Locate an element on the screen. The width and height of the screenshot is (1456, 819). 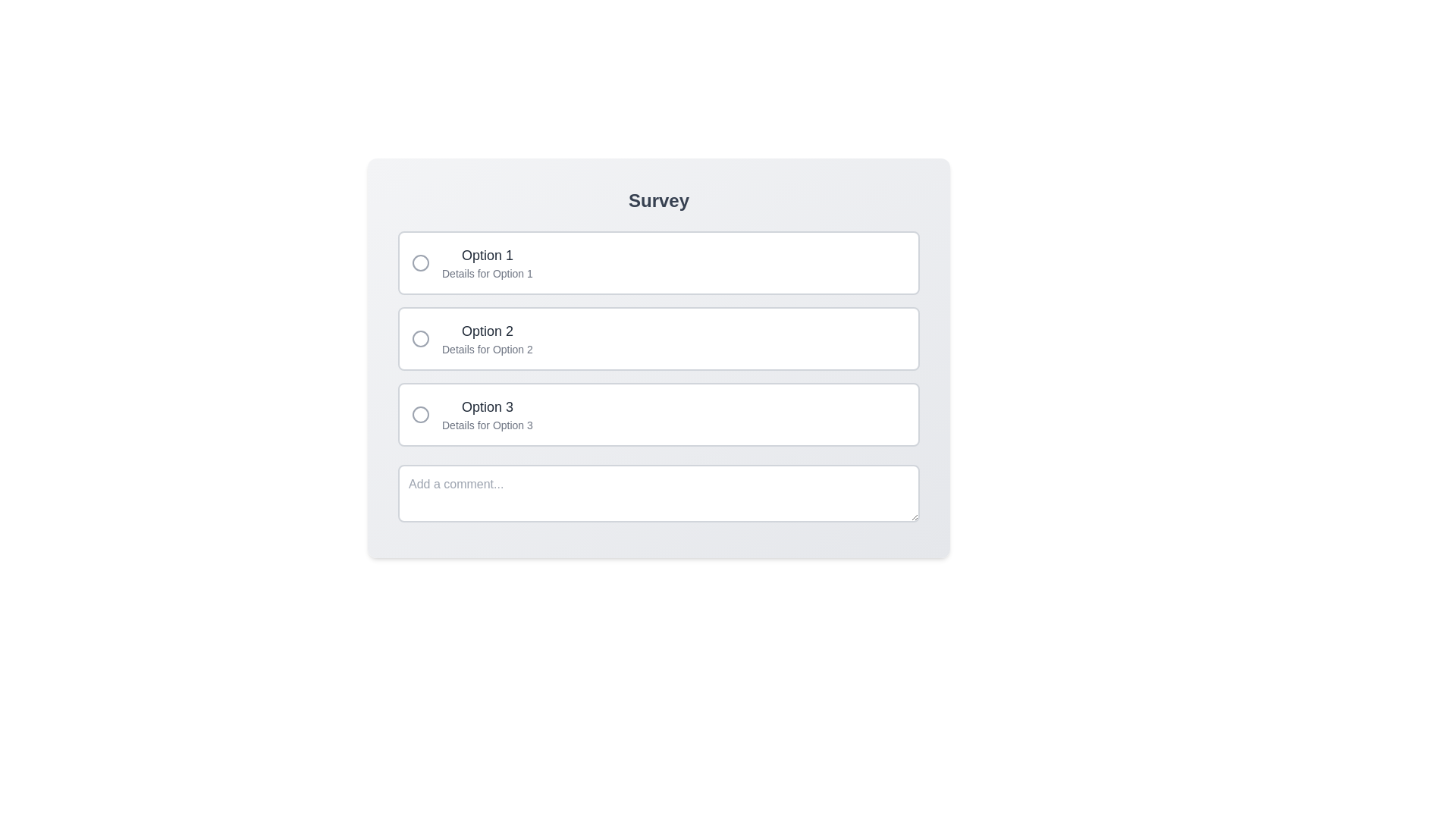
the 'Option 2' selectable list item is located at coordinates (658, 338).